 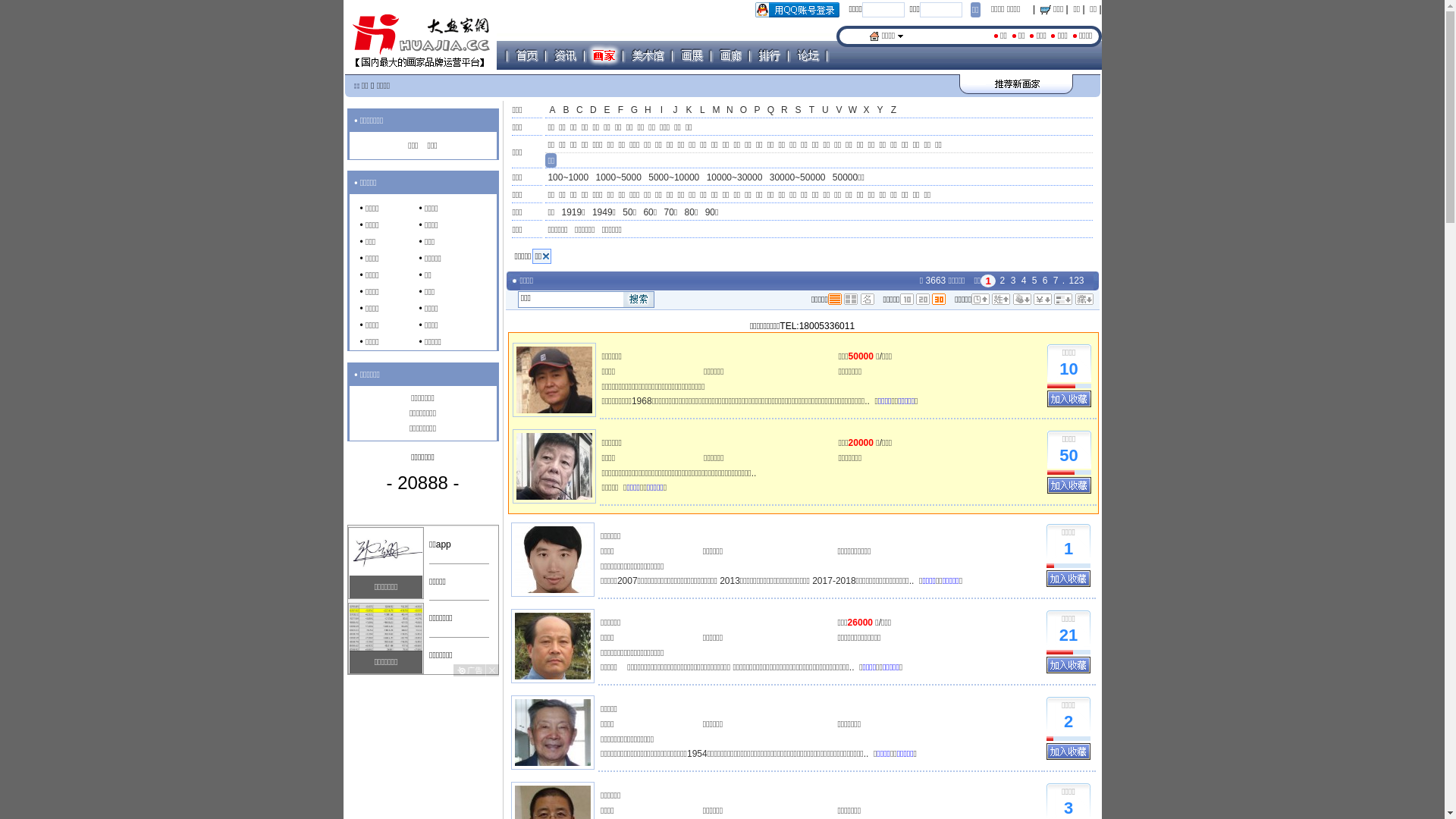 I want to click on '1000~5000', so click(x=592, y=177).